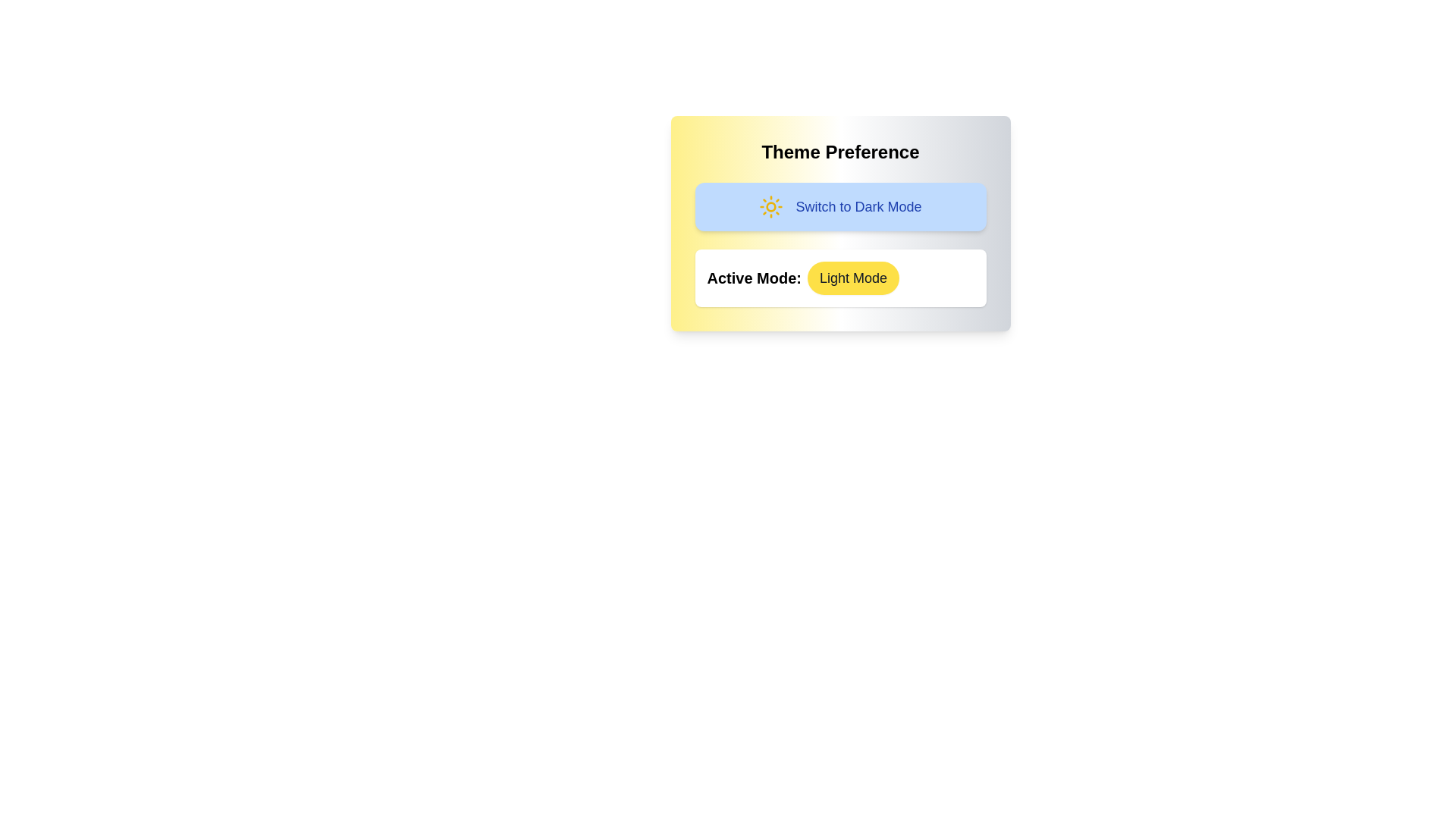 The image size is (1456, 819). Describe the element at coordinates (771, 207) in the screenshot. I see `the small circular sun icon, which is the core of the sun-shaped icon located inside the blue button labeled 'Switch to Dark Mode', centered at the top of the card labeled 'Theme Preference'` at that location.